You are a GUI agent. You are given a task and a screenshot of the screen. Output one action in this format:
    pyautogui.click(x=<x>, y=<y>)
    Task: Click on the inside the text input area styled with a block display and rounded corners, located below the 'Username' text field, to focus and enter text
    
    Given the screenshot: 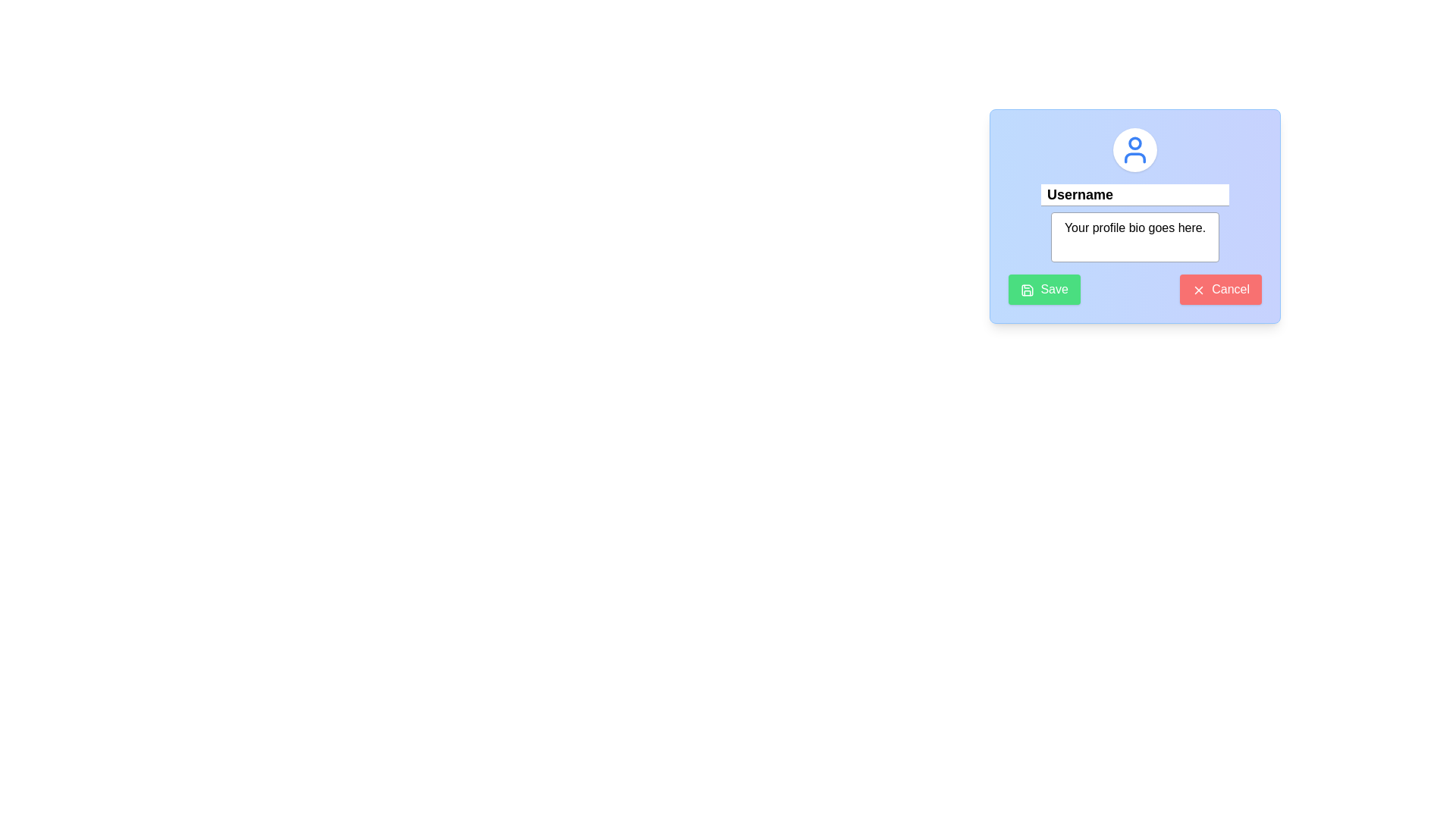 What is the action you would take?
    pyautogui.click(x=1135, y=237)
    